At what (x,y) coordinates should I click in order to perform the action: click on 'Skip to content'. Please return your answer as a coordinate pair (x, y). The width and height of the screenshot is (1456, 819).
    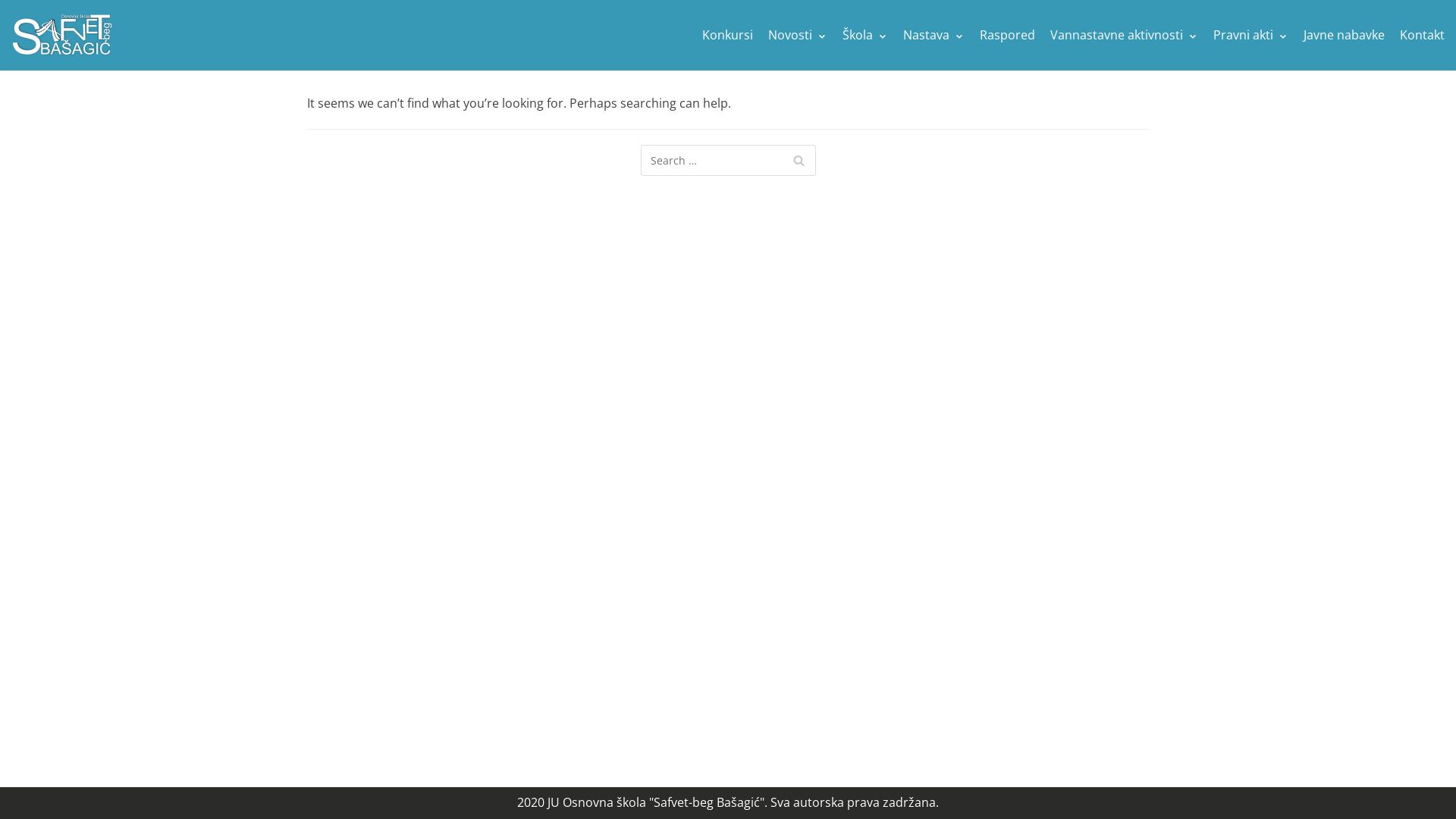
    Looking at the image, I should click on (14, 8).